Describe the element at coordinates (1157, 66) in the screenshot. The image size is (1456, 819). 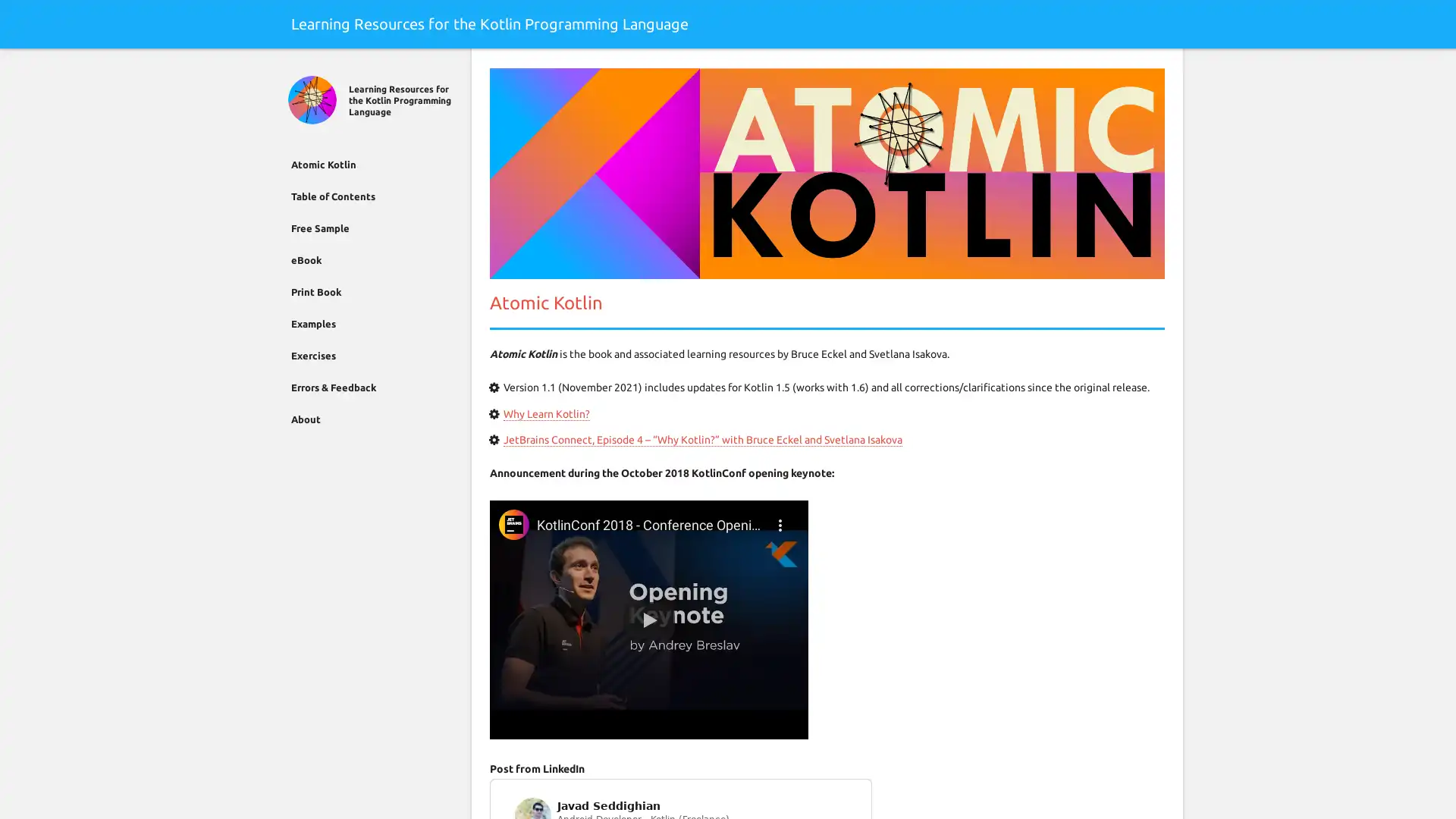
I see `Search` at that location.